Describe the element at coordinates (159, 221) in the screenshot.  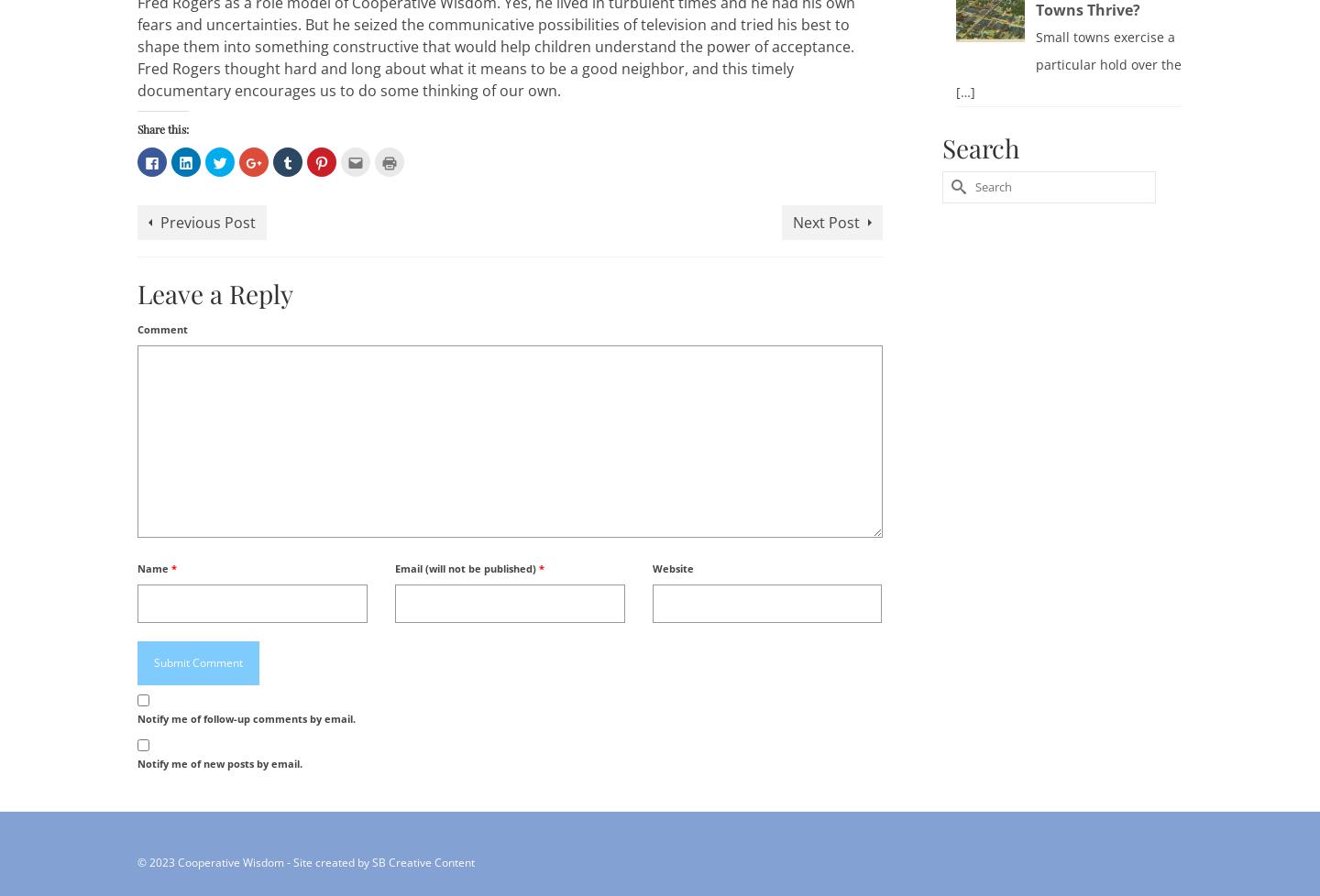
I see `'Previous Post'` at that location.